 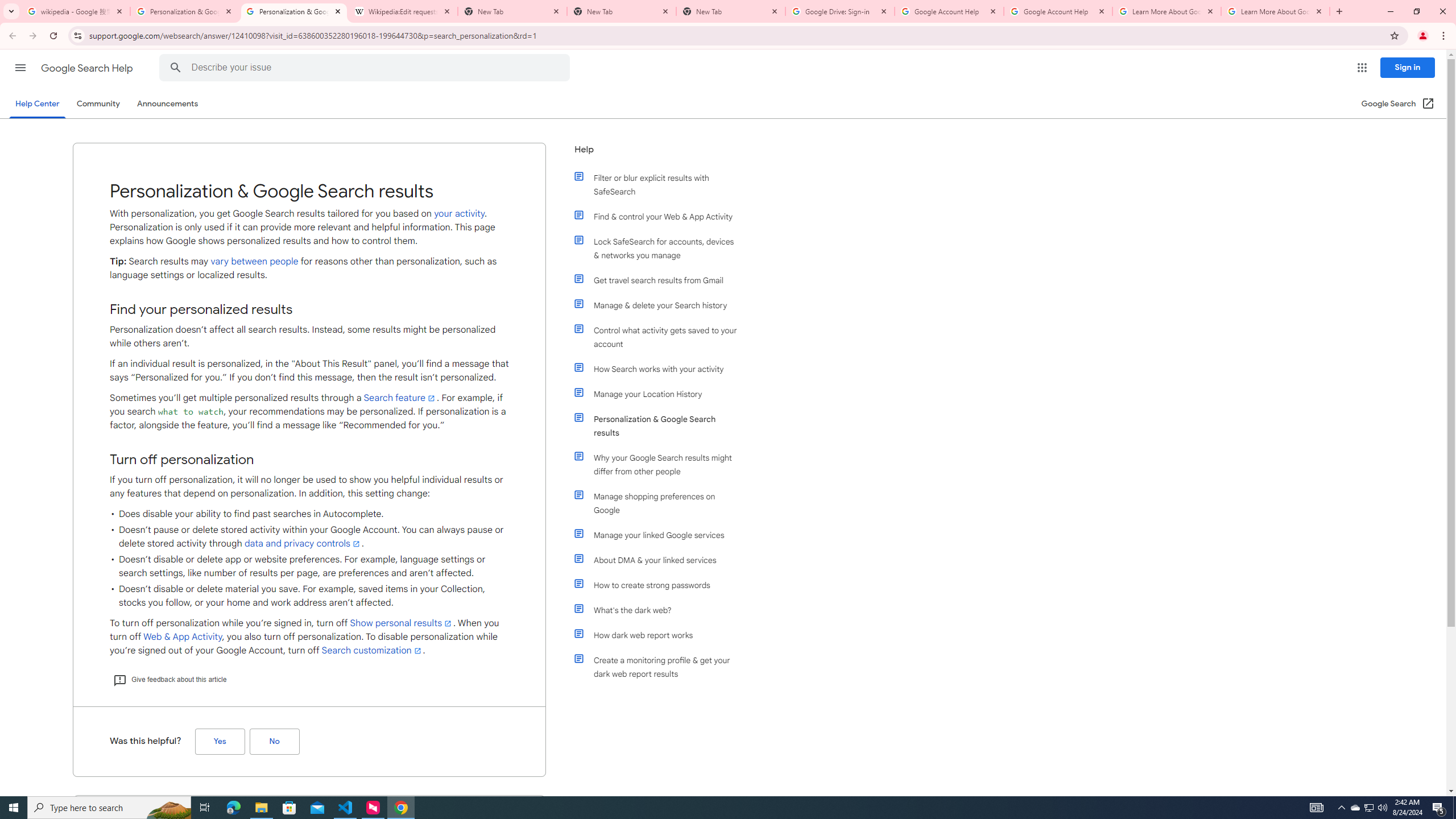 What do you see at coordinates (169, 679) in the screenshot?
I see `'Give feedback about this article'` at bounding box center [169, 679].